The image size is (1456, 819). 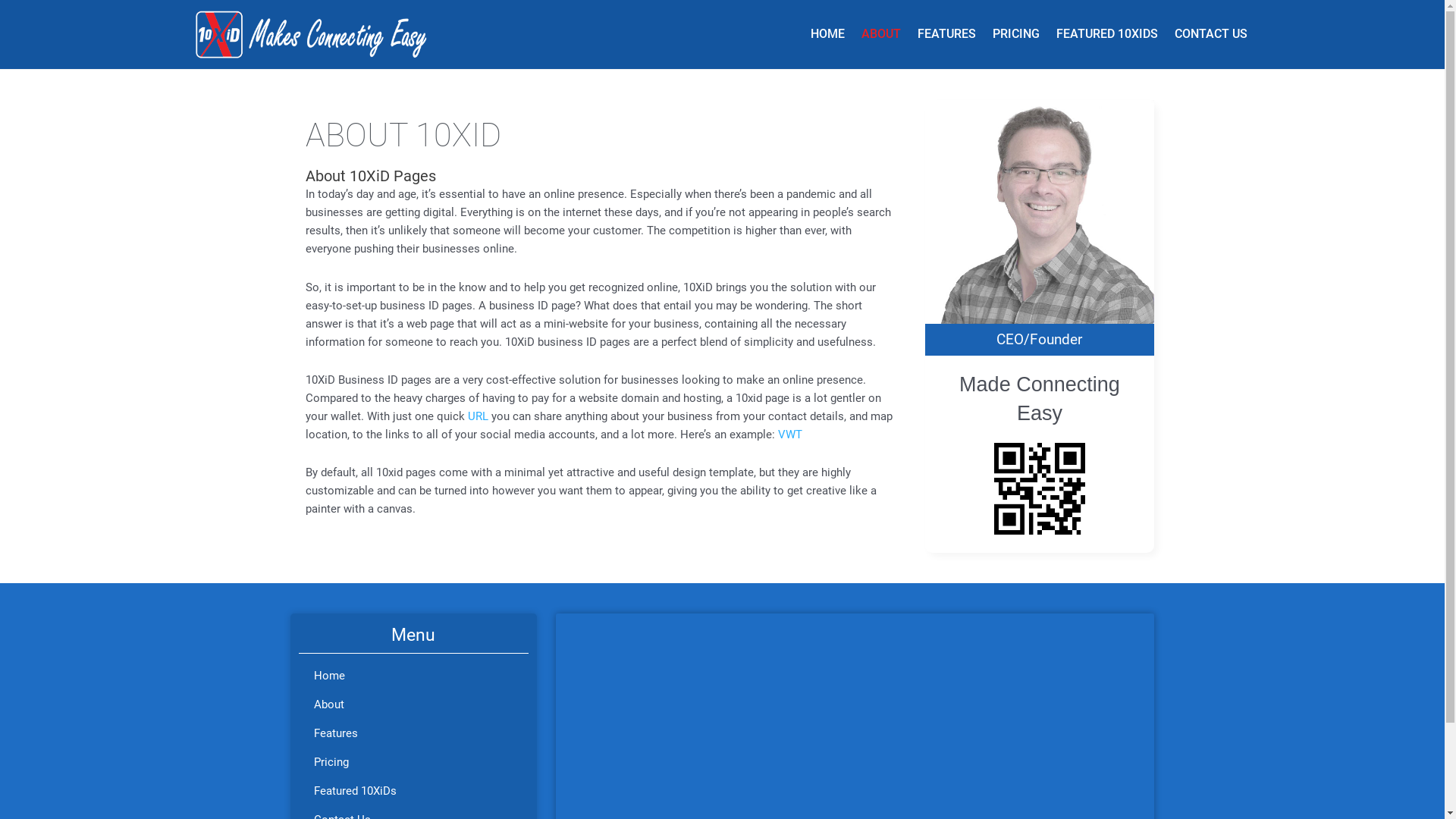 I want to click on 'ABOUT', so click(x=852, y=34).